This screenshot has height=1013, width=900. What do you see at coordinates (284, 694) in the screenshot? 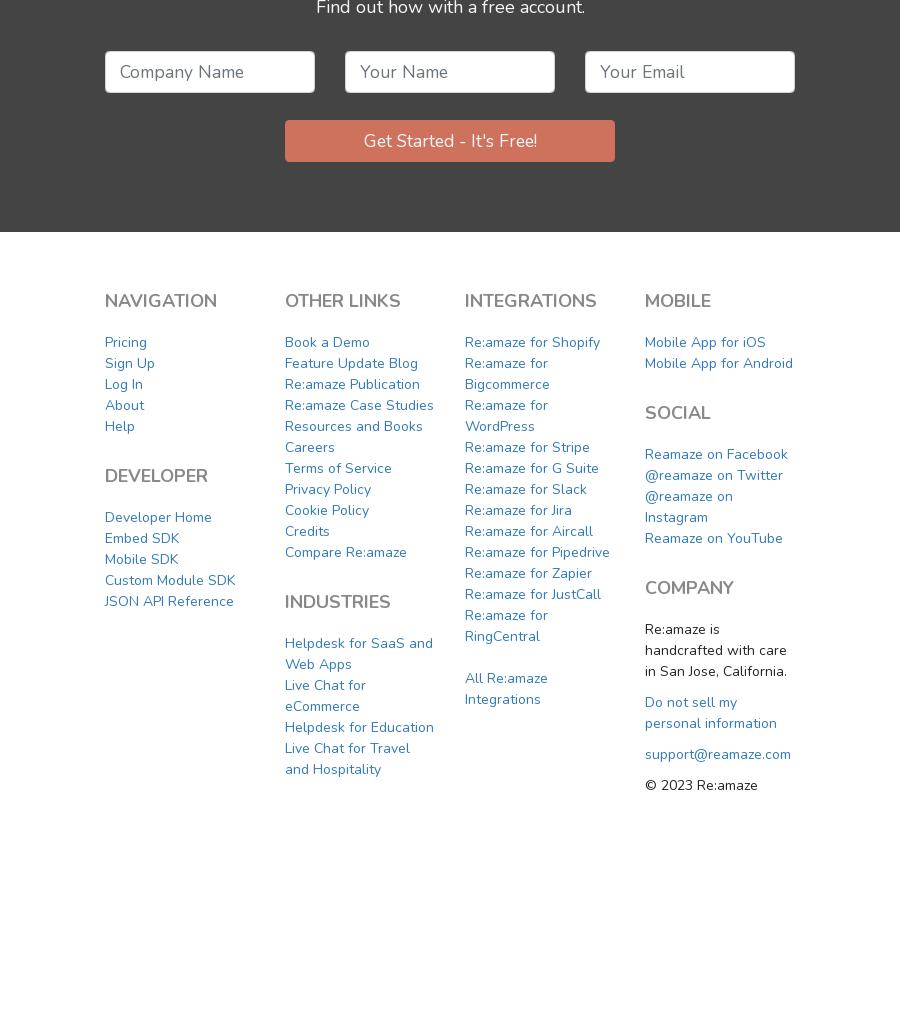
I see `'Live Chat for eCommerce'` at bounding box center [284, 694].